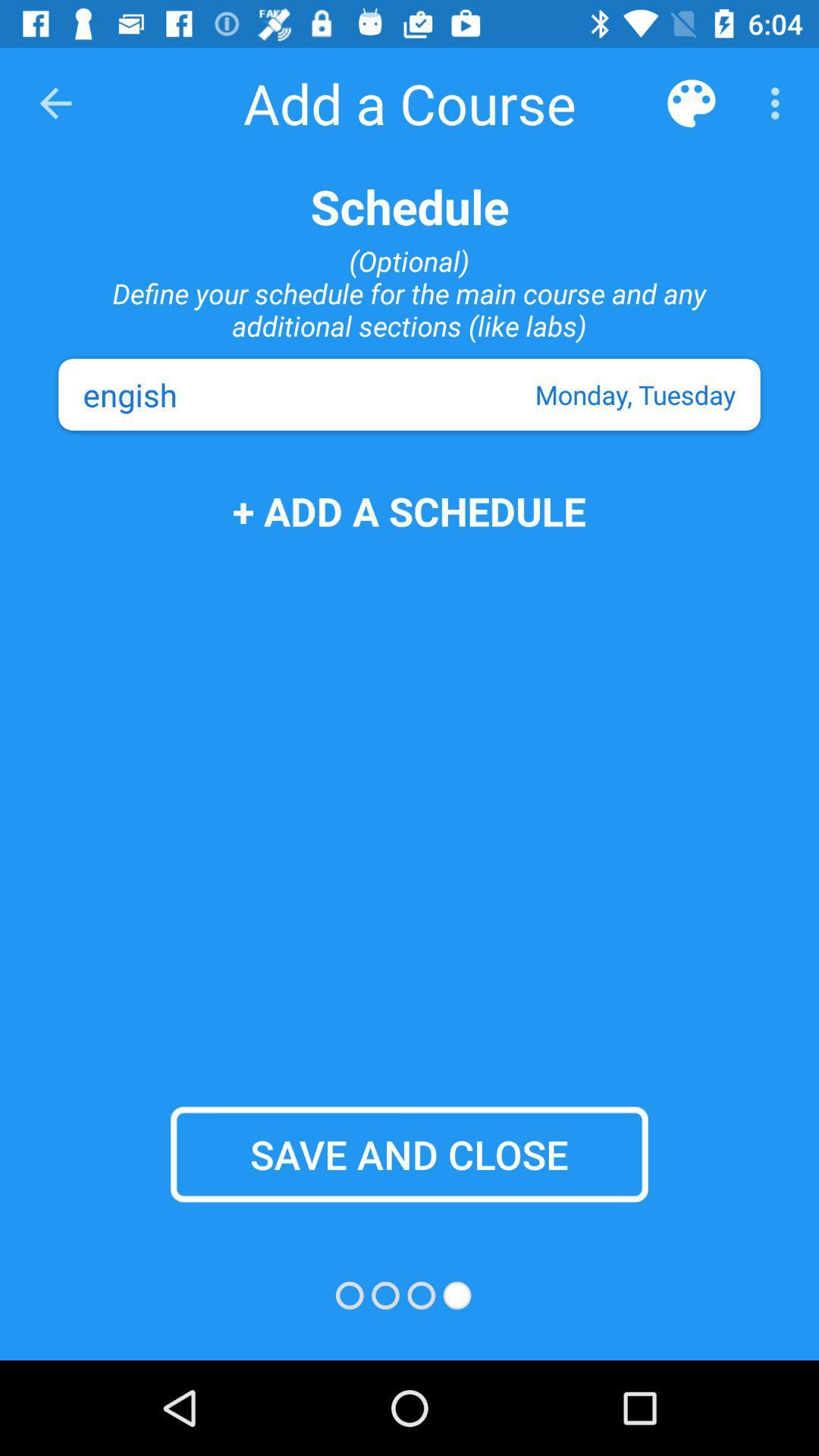 This screenshot has width=819, height=1456. I want to click on save and close item, so click(409, 1153).